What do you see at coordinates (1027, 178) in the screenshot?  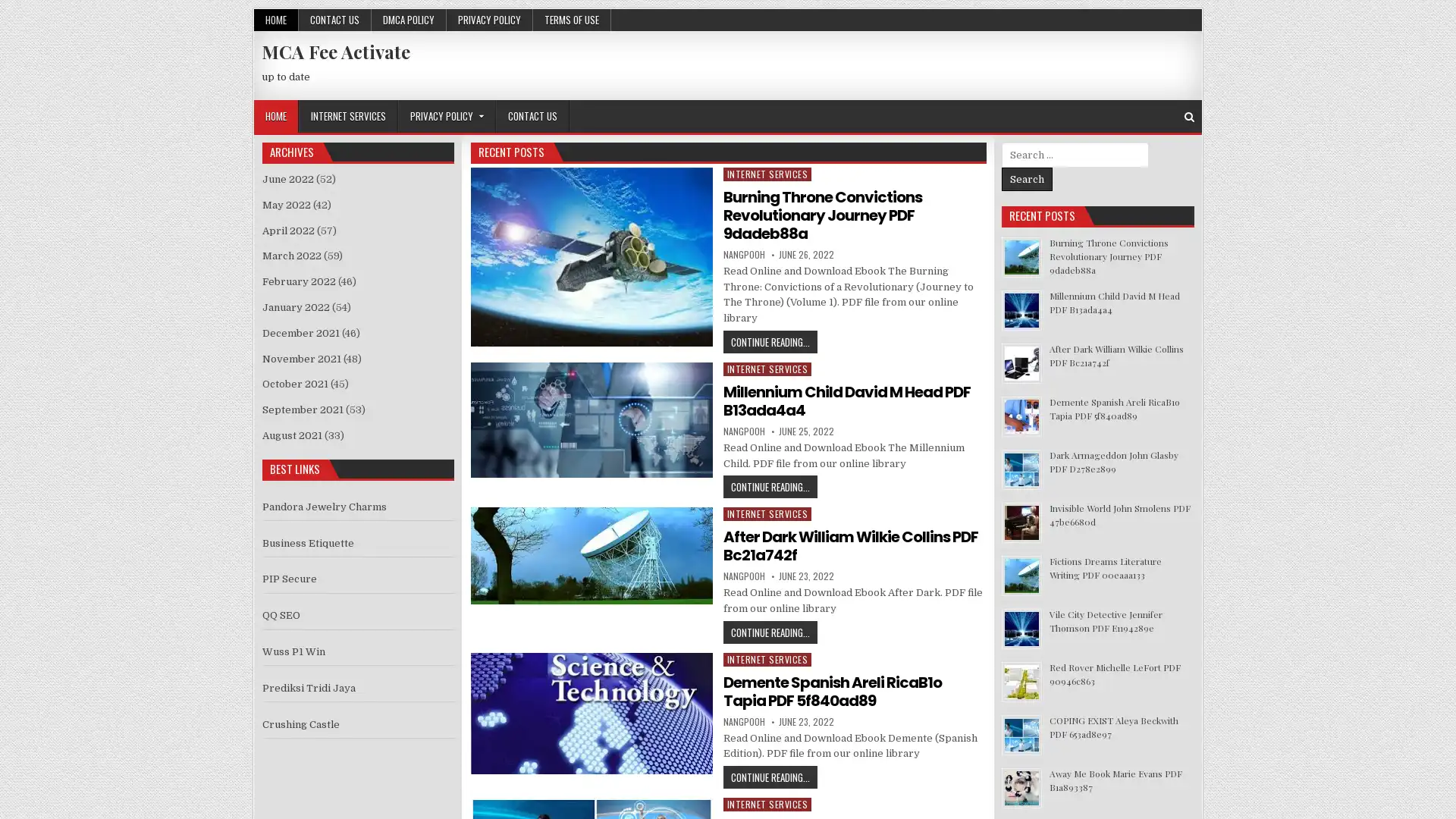 I see `Search` at bounding box center [1027, 178].